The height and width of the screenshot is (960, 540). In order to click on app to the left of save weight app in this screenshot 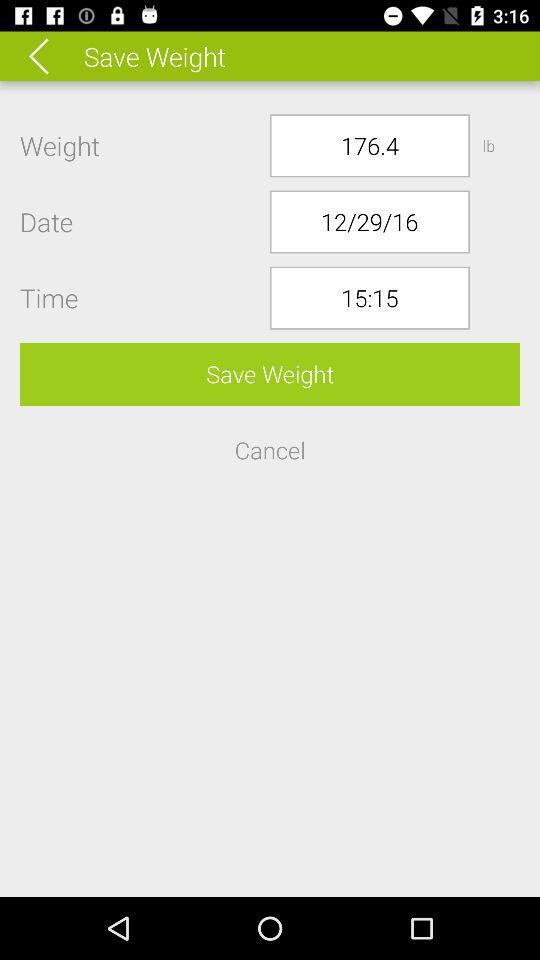, I will do `click(52, 55)`.